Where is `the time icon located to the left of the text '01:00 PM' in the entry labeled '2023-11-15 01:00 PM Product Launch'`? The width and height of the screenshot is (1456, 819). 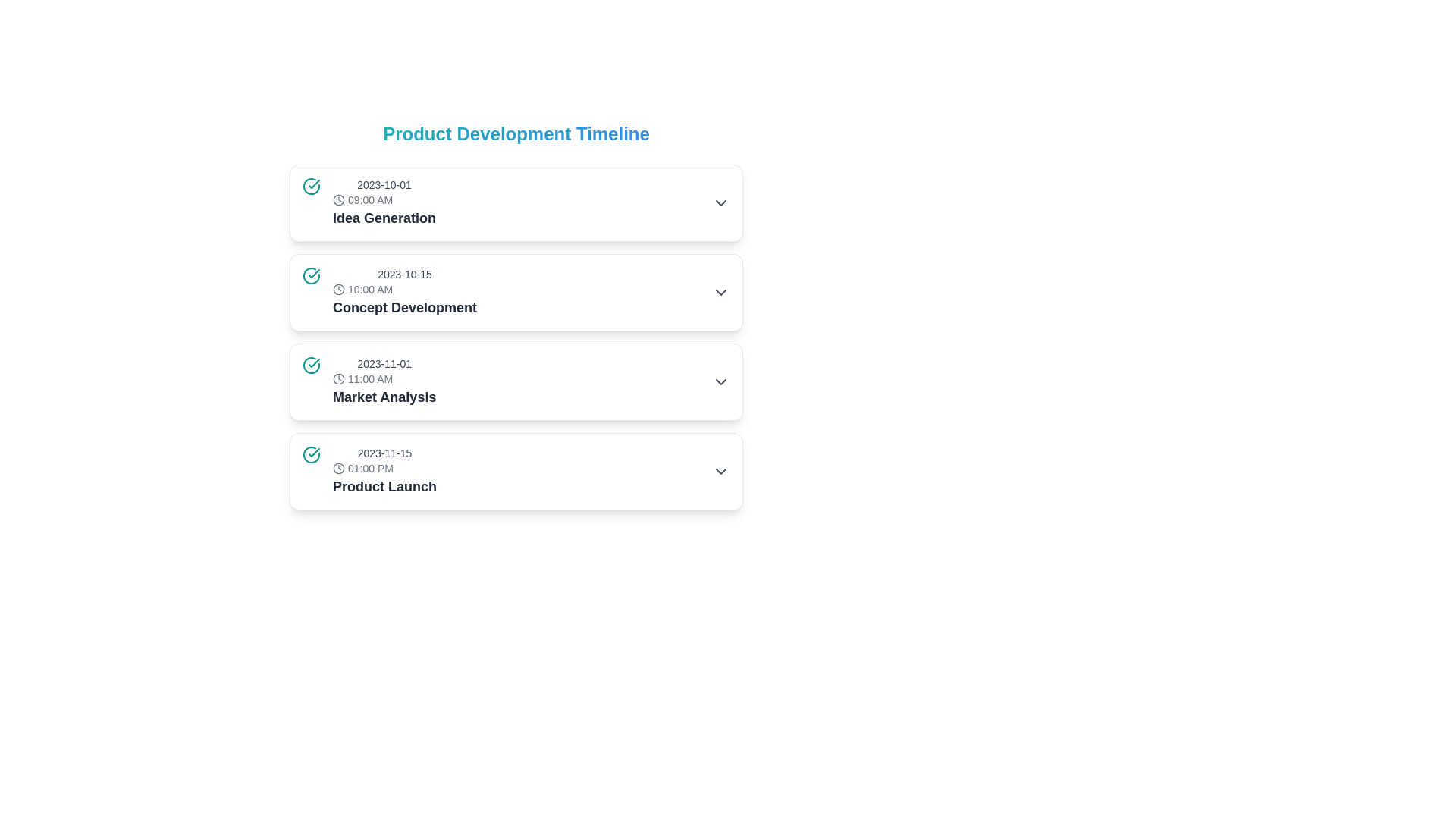 the time icon located to the left of the text '01:00 PM' in the entry labeled '2023-11-15 01:00 PM Product Launch' is located at coordinates (337, 467).